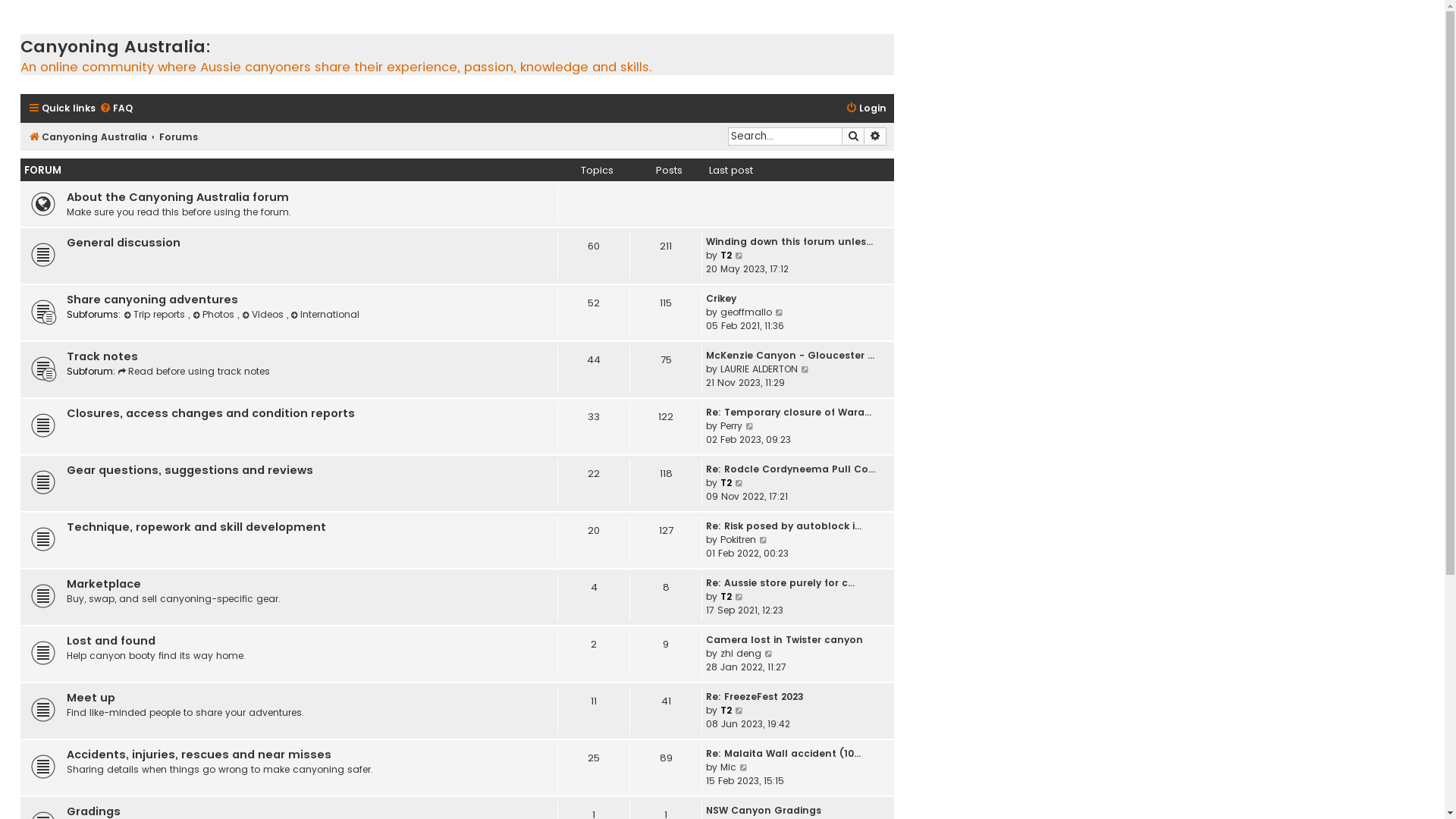 The image size is (1456, 819). What do you see at coordinates (784, 640) in the screenshot?
I see `'Camera lost in Twister canyon'` at bounding box center [784, 640].